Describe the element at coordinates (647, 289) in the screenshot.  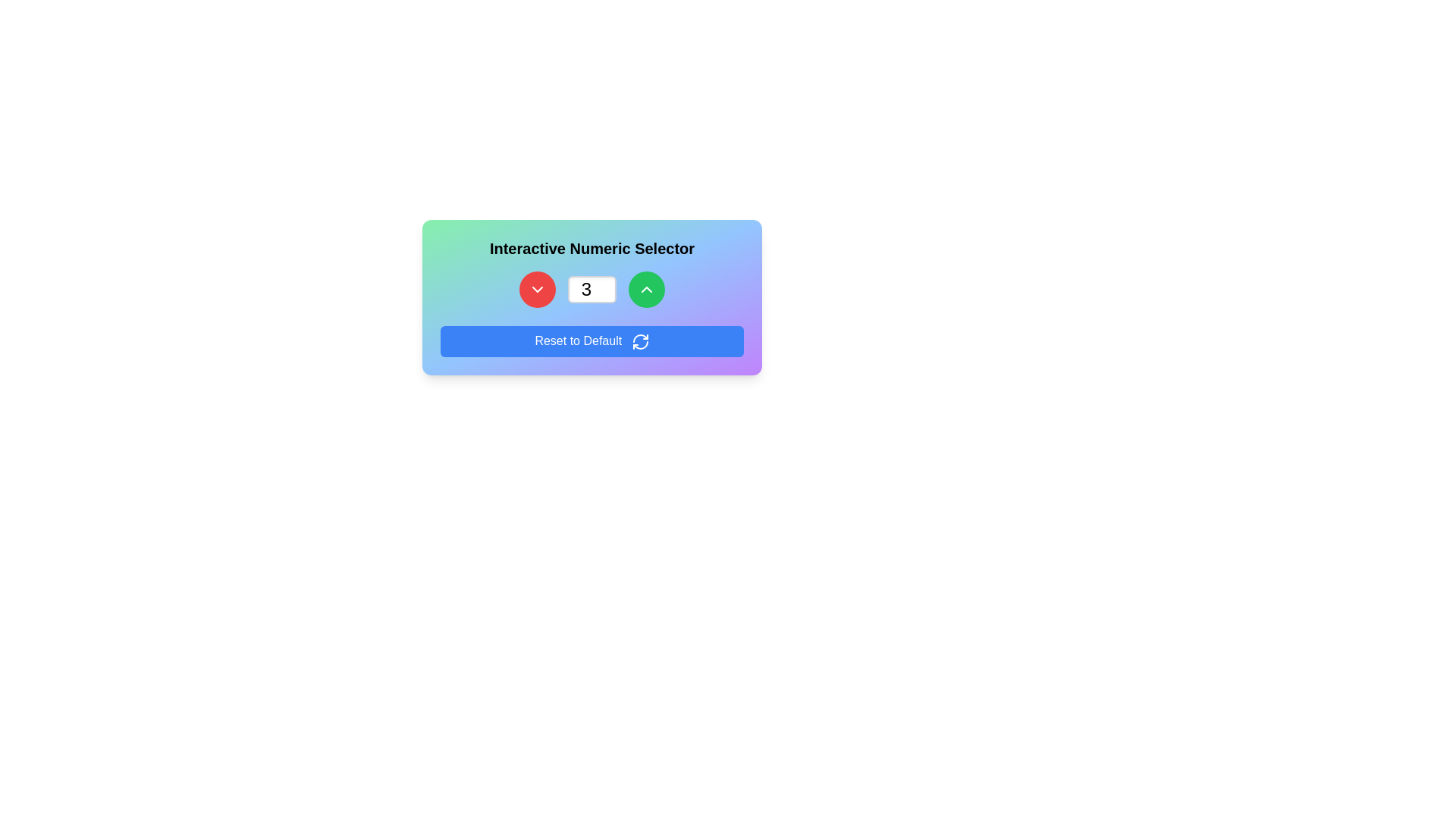
I see `the increment control icon within the green-themed button to prepare for keyboard interaction` at that location.